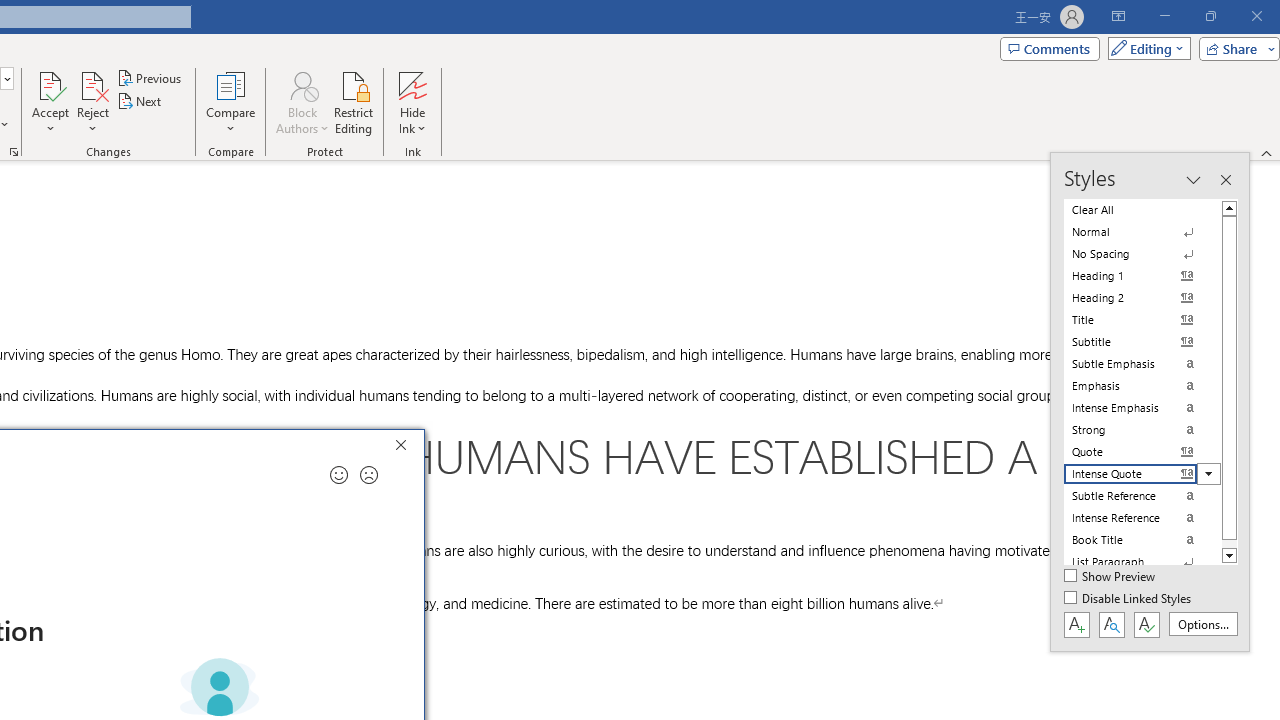  Describe the element at coordinates (50, 103) in the screenshot. I see `'Accept'` at that location.